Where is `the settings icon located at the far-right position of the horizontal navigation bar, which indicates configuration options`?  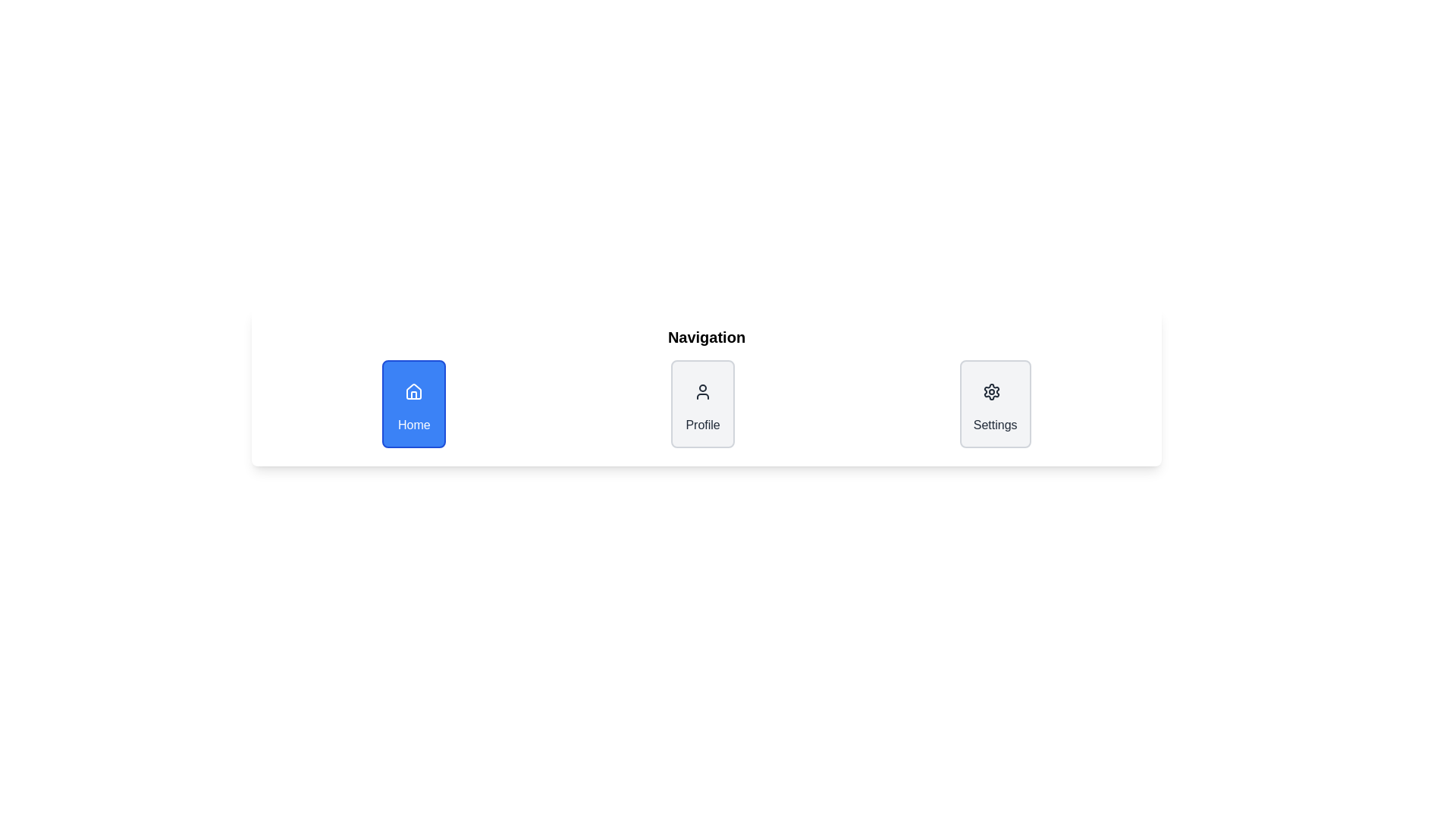
the settings icon located at the far-right position of the horizontal navigation bar, which indicates configuration options is located at coordinates (991, 391).